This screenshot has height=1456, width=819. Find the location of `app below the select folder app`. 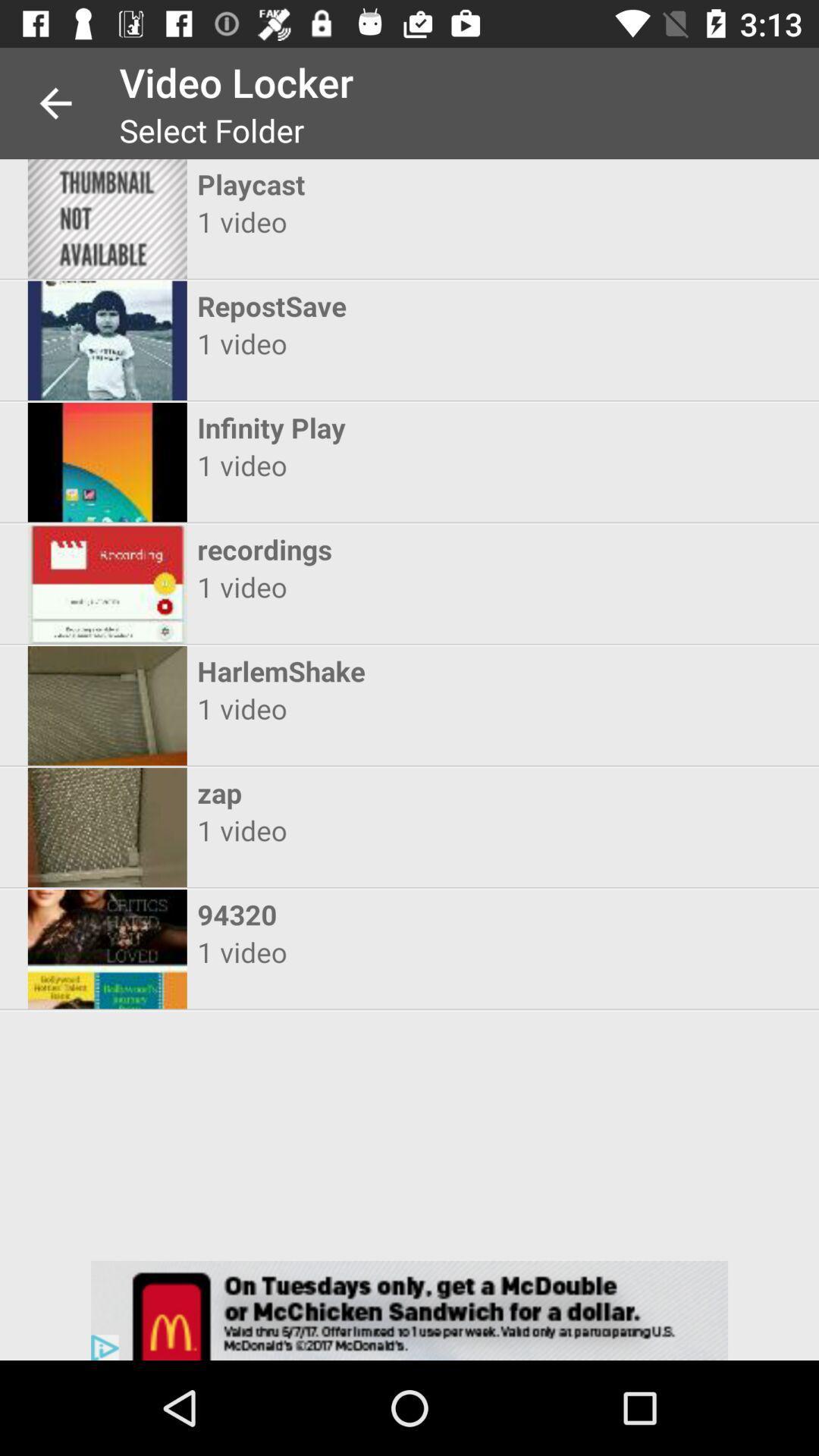

app below the select folder app is located at coordinates (395, 184).